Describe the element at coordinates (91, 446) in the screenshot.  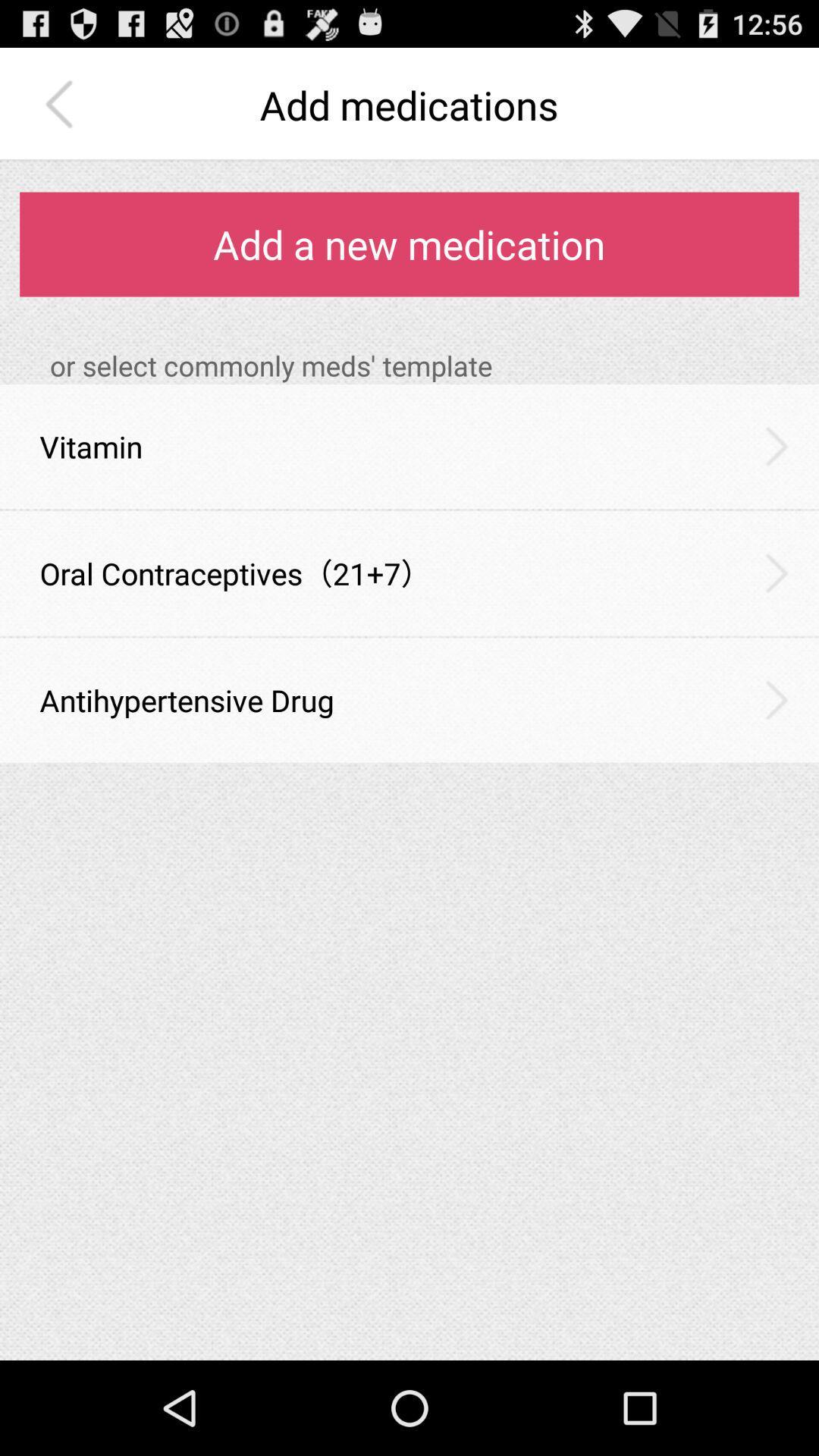
I see `the vitamin item` at that location.